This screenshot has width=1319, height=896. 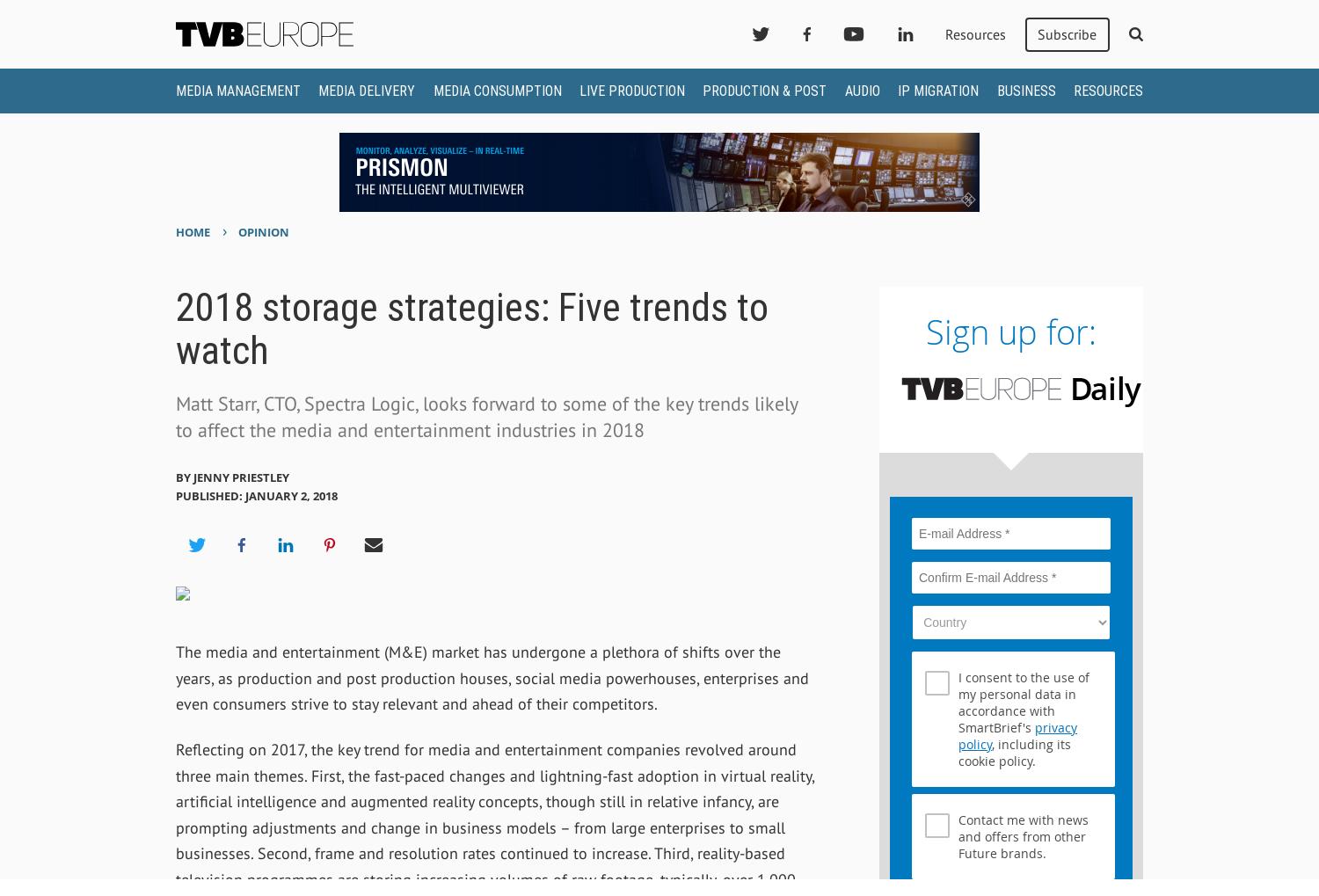 What do you see at coordinates (174, 327) in the screenshot?
I see `'2018 storage strategies: Five trends to watch'` at bounding box center [174, 327].